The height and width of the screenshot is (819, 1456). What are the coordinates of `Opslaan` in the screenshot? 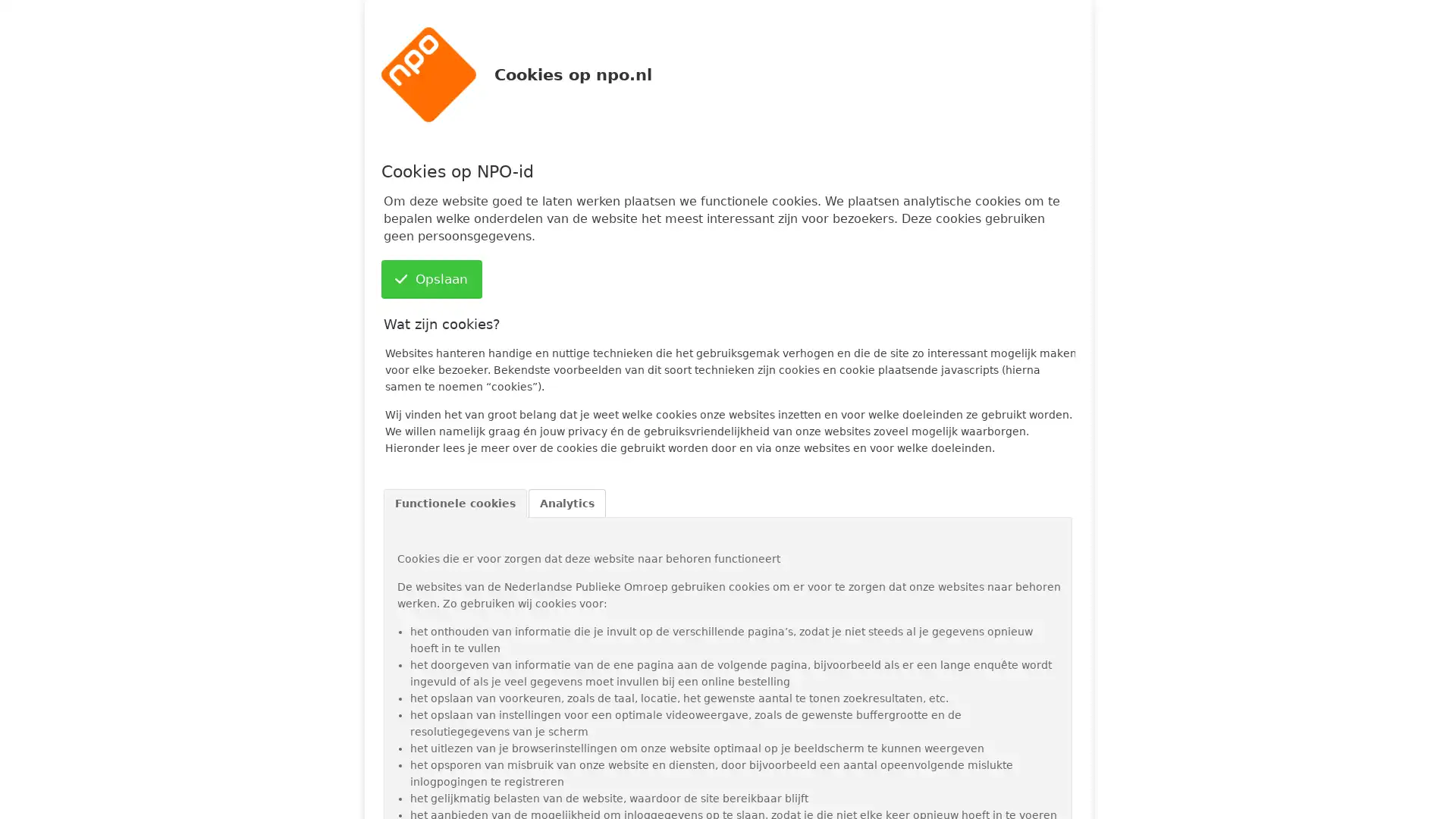 It's located at (430, 279).